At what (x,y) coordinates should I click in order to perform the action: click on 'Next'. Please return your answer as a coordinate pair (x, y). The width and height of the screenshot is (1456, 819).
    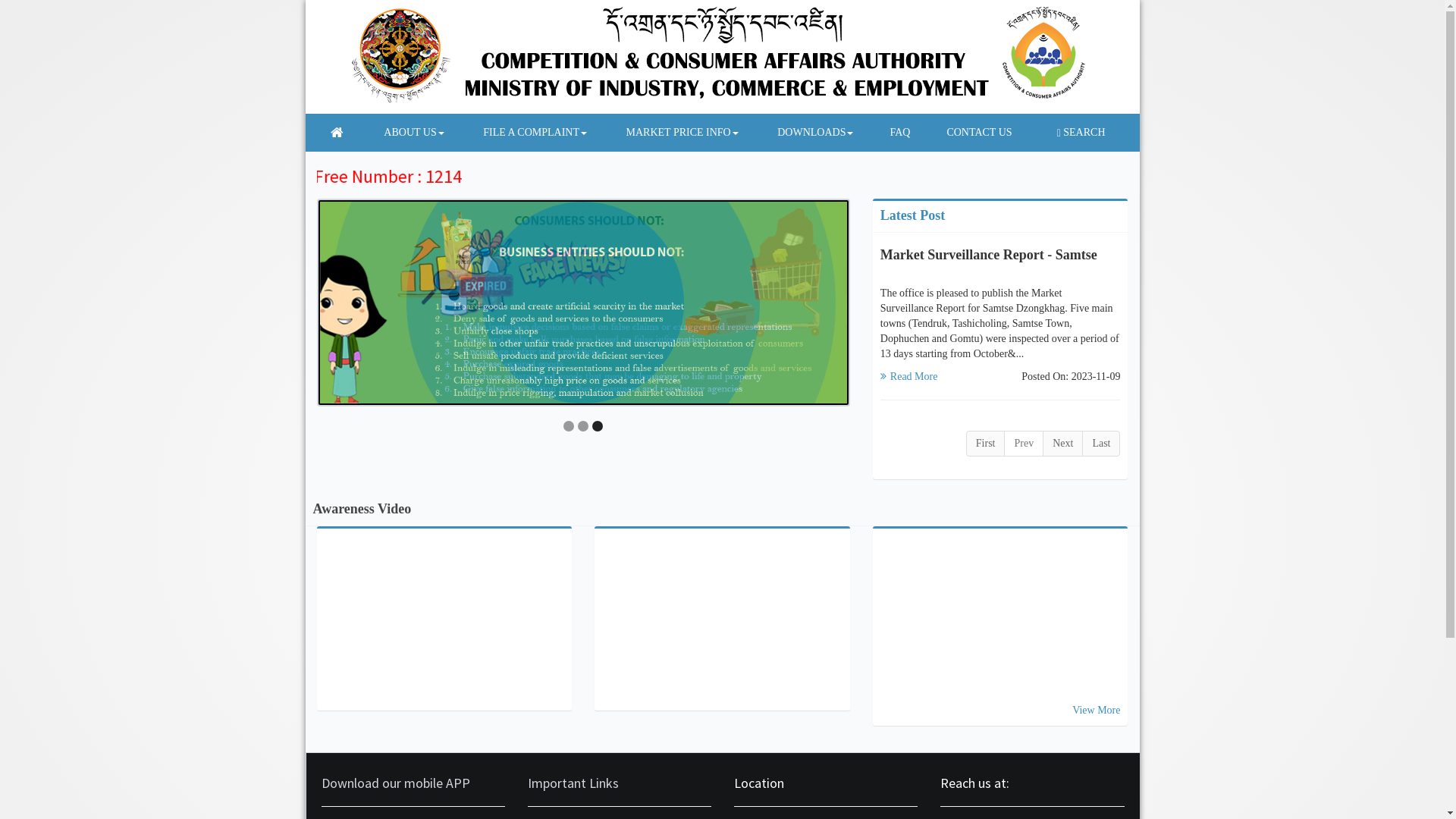
    Looking at the image, I should click on (1062, 444).